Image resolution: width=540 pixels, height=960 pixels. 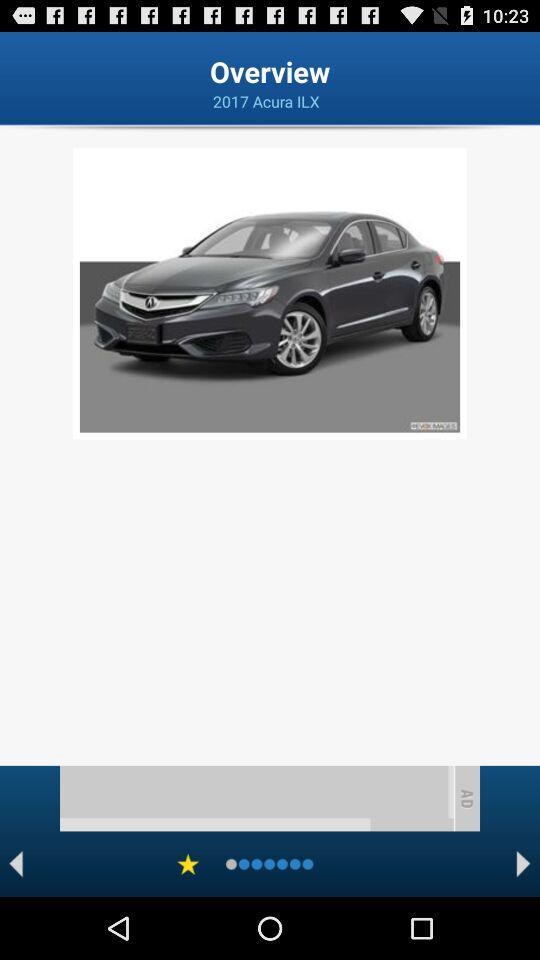 What do you see at coordinates (188, 863) in the screenshot?
I see `rate the car` at bounding box center [188, 863].